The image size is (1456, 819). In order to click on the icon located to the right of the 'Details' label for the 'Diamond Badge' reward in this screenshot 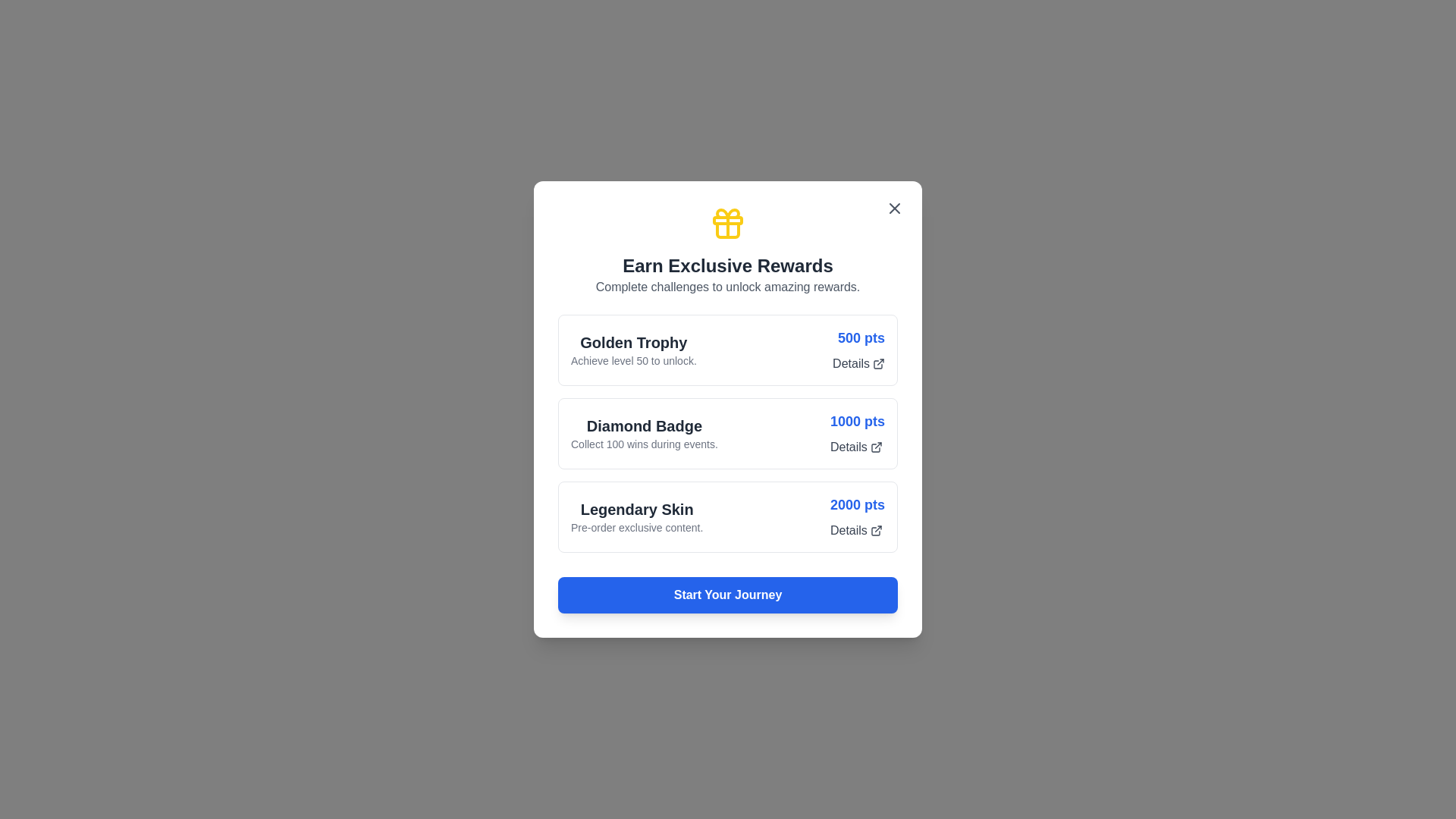, I will do `click(876, 447)`.